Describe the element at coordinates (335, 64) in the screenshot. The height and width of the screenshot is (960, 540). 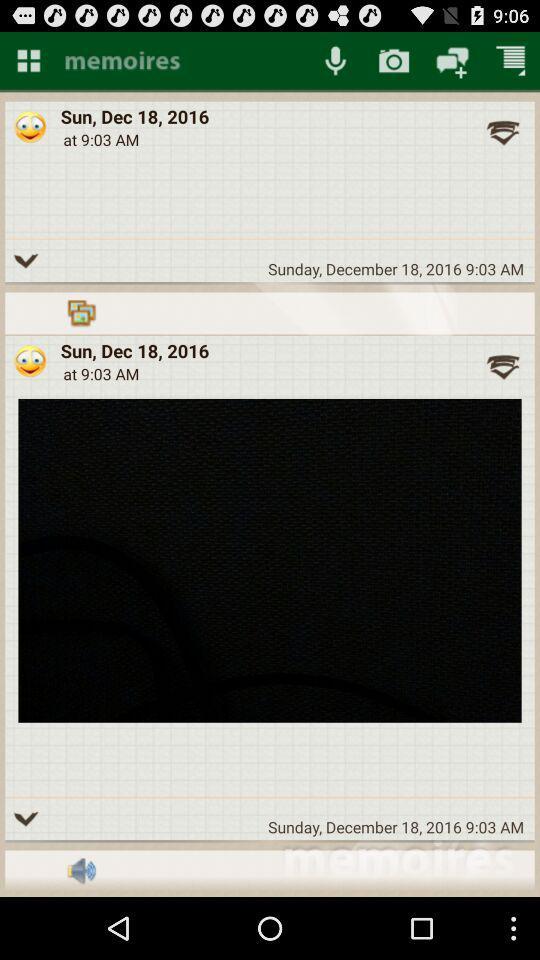
I see `the microphone icon` at that location.